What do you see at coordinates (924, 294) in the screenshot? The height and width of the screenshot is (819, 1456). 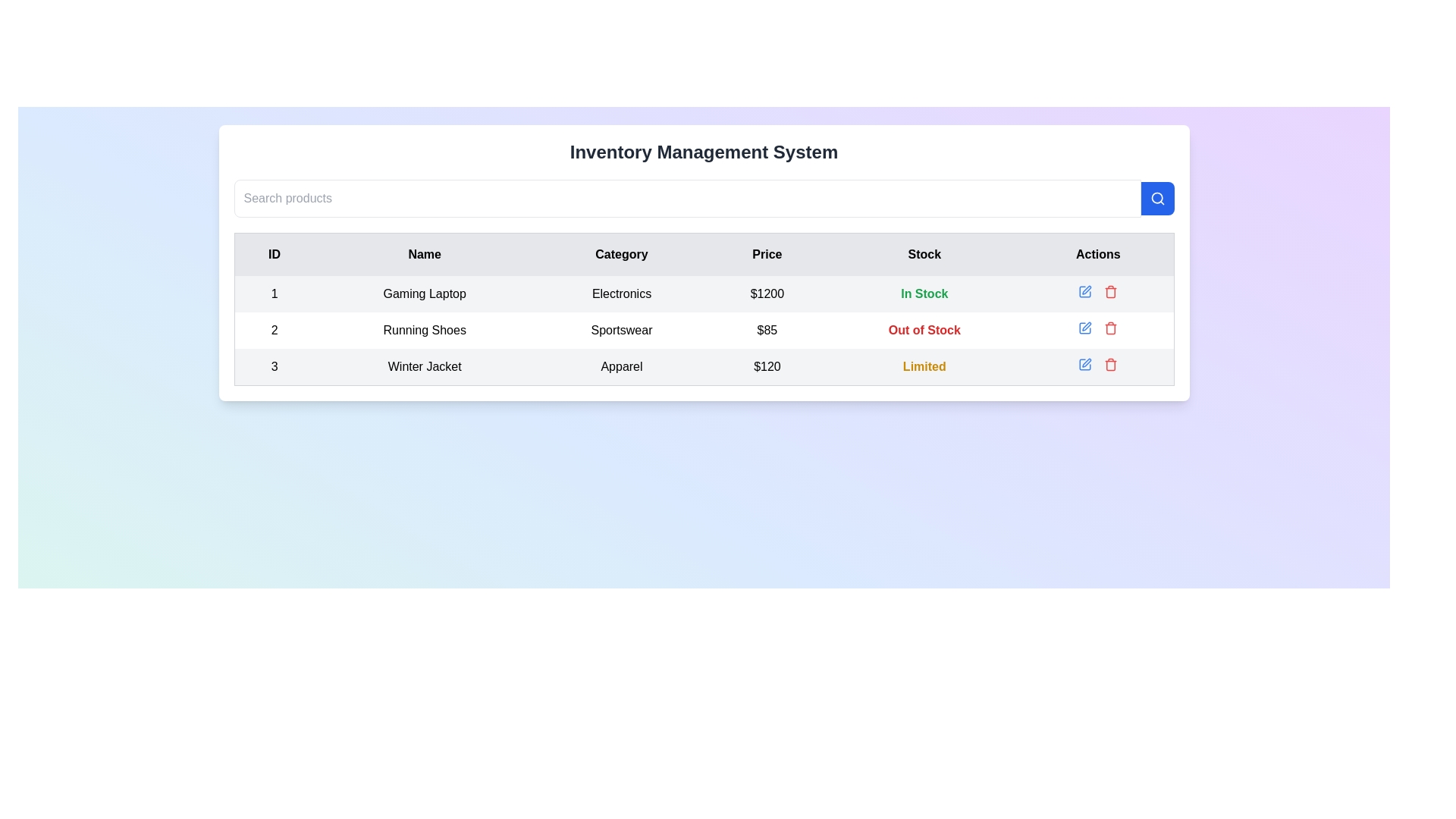 I see `the informative text label that reads 'In Stock' in bold green font, located in the 'Stock' column of the first row for the 'Gaming Laptop' product` at bounding box center [924, 294].